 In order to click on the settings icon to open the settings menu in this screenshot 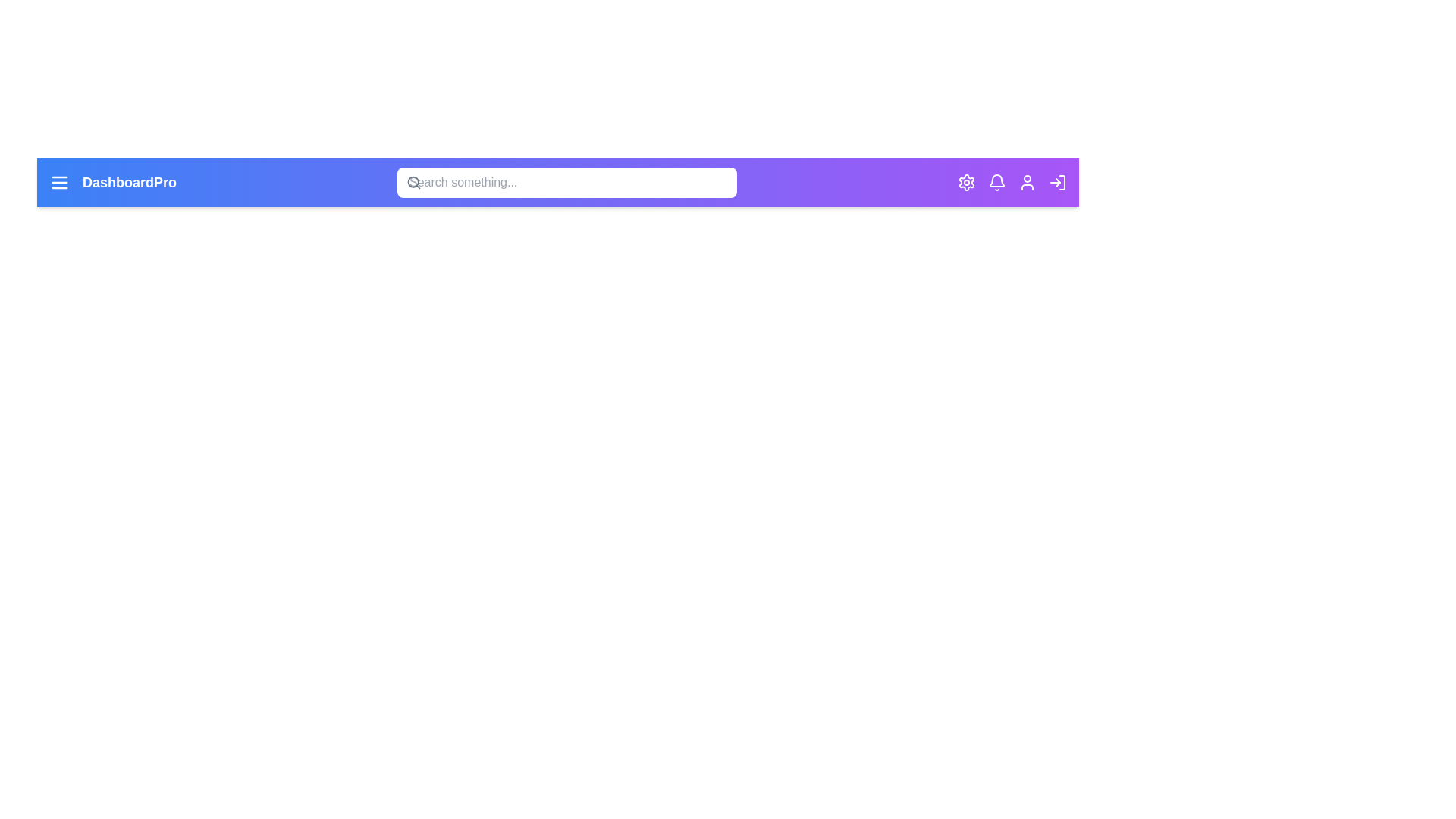, I will do `click(966, 181)`.